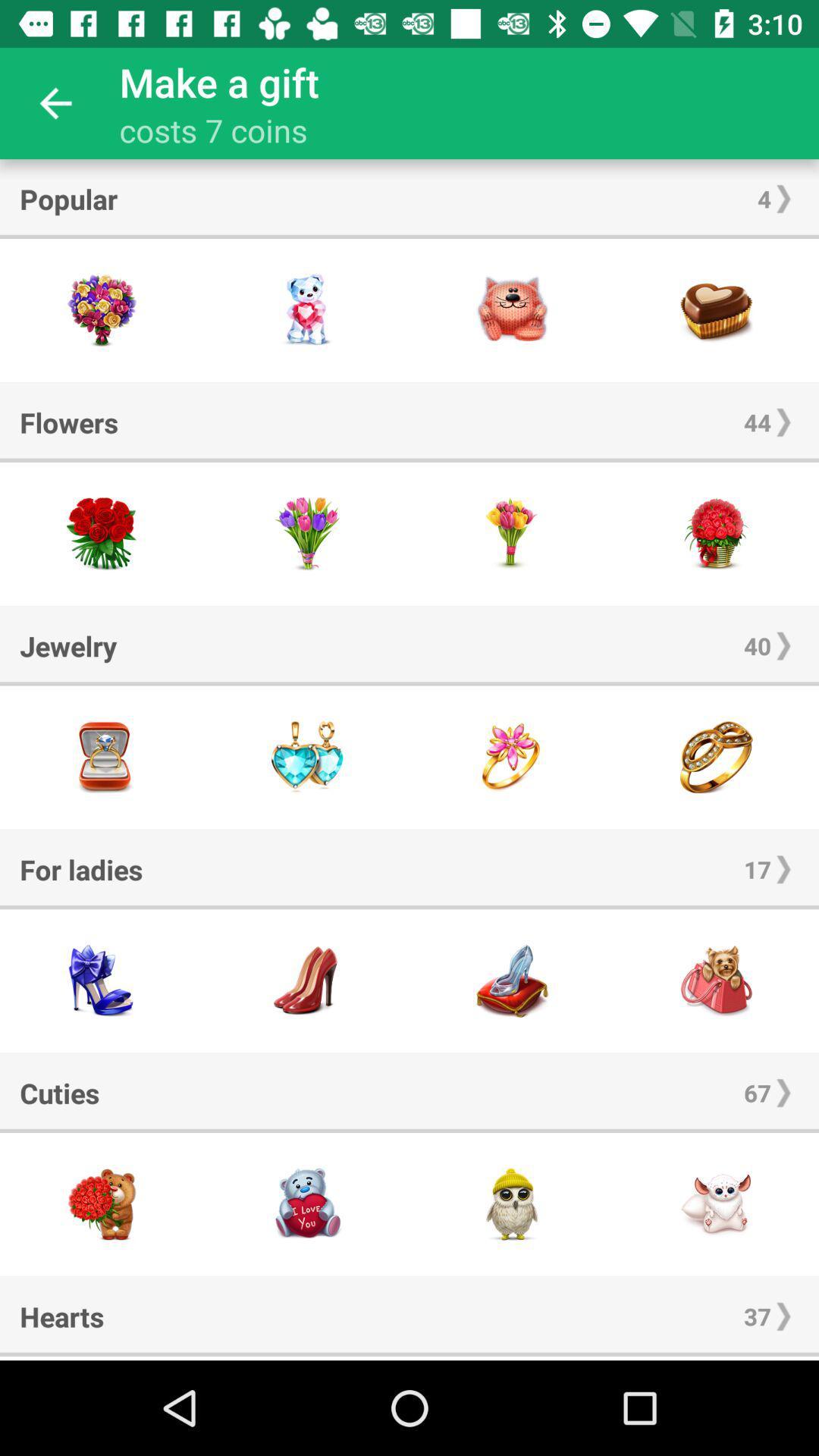 This screenshot has height=1456, width=819. What do you see at coordinates (758, 1315) in the screenshot?
I see `the icon to the right of hearts` at bounding box center [758, 1315].